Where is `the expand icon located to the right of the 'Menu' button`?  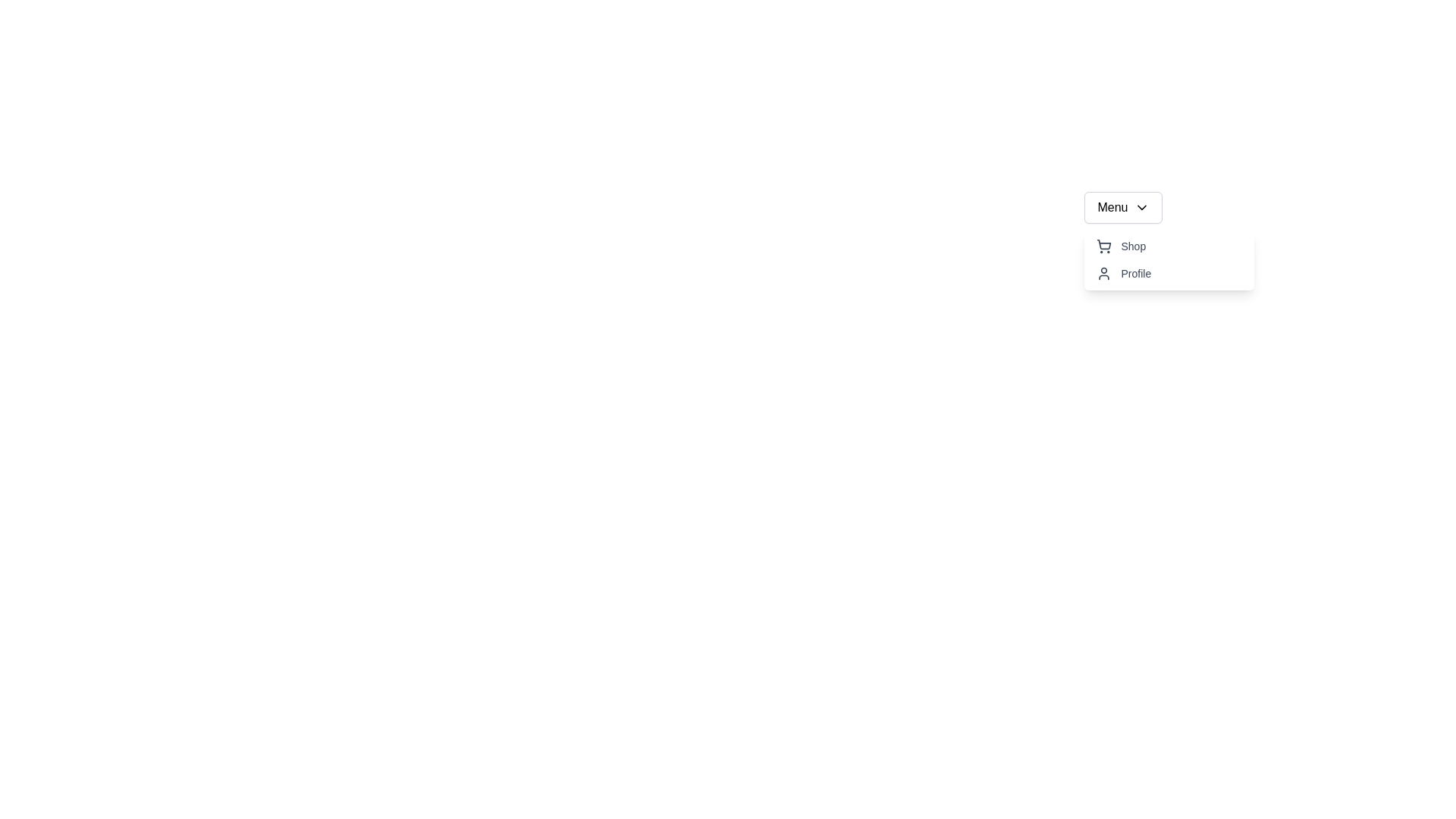 the expand icon located to the right of the 'Menu' button is located at coordinates (1141, 207).